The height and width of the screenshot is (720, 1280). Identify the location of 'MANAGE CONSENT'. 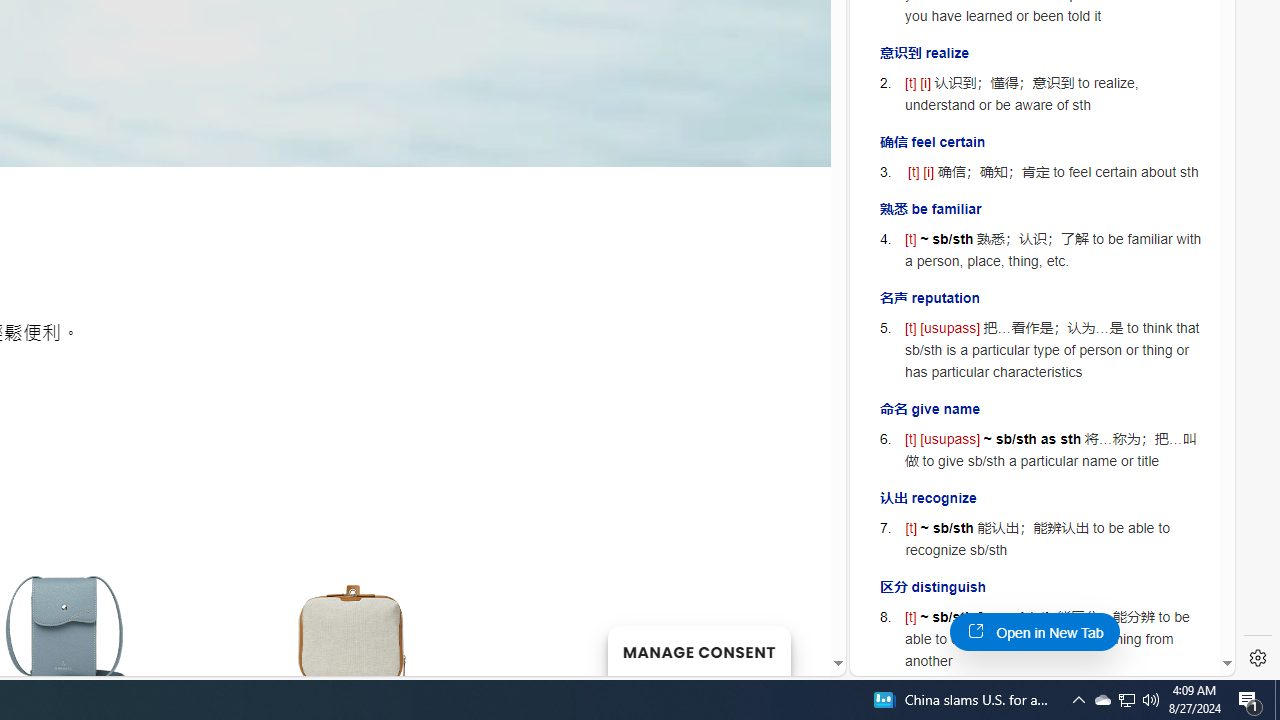
(698, 650).